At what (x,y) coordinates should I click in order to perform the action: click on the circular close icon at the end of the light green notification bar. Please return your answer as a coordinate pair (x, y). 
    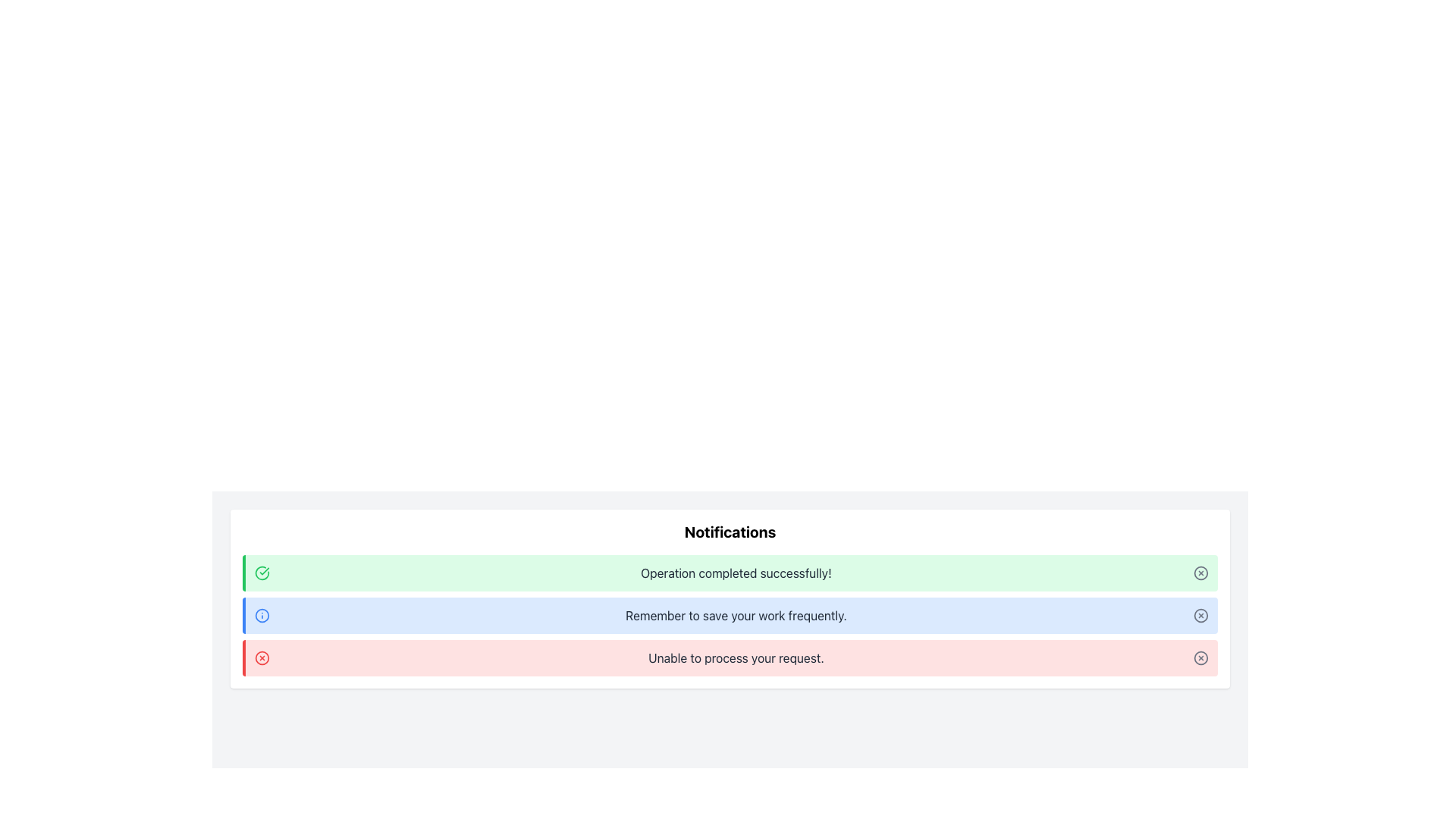
    Looking at the image, I should click on (1200, 573).